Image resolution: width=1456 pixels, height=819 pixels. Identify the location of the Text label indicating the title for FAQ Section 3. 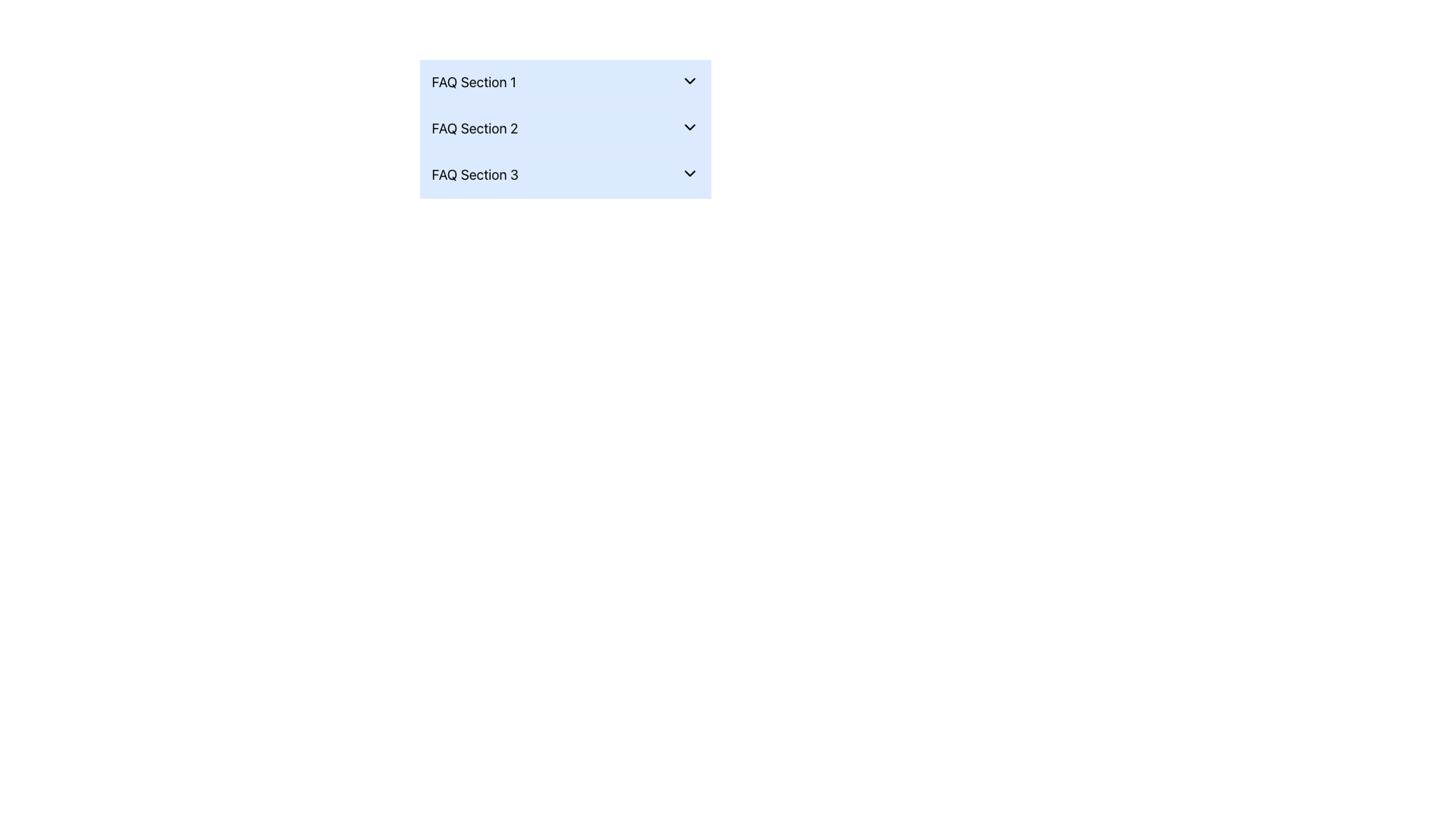
(474, 174).